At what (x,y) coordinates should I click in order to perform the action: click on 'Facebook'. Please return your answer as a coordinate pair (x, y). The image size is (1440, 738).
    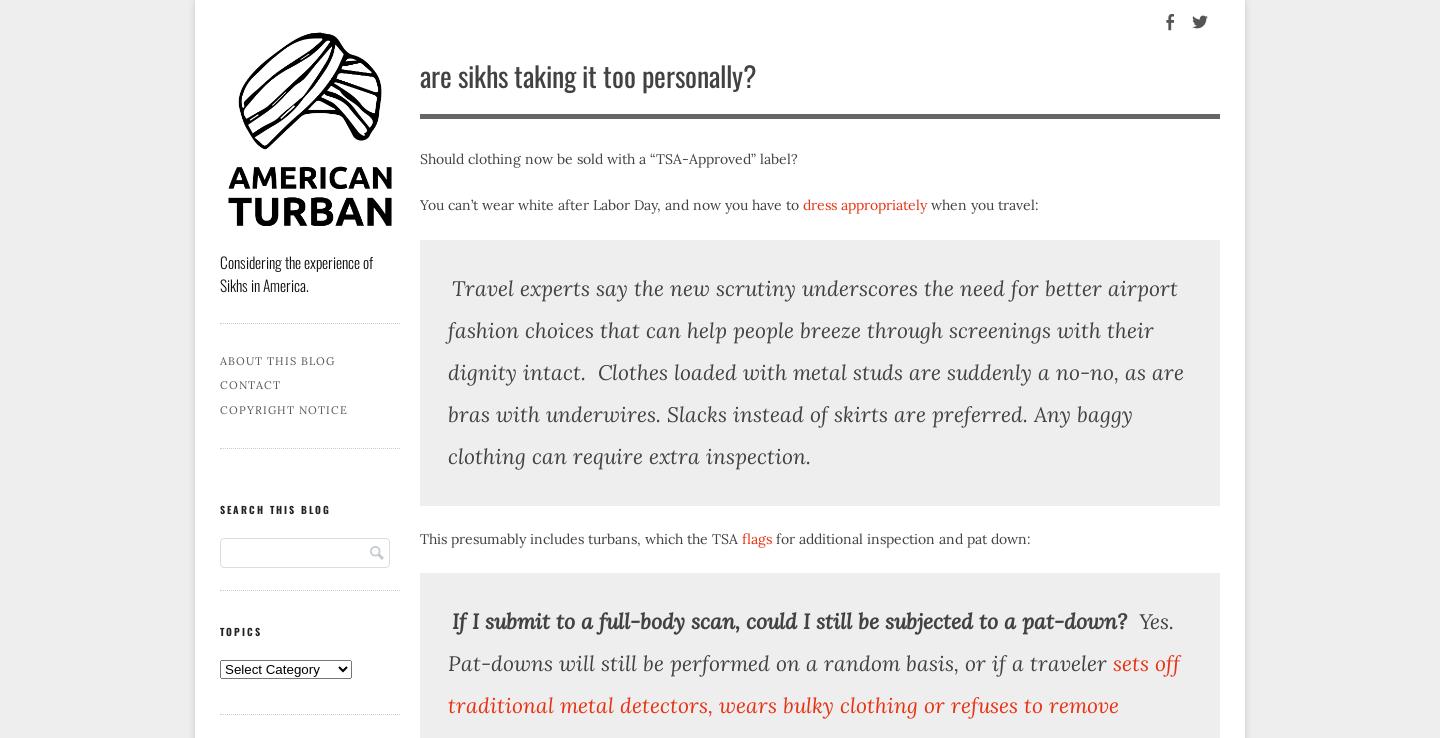
    Looking at the image, I should click on (1167, 102).